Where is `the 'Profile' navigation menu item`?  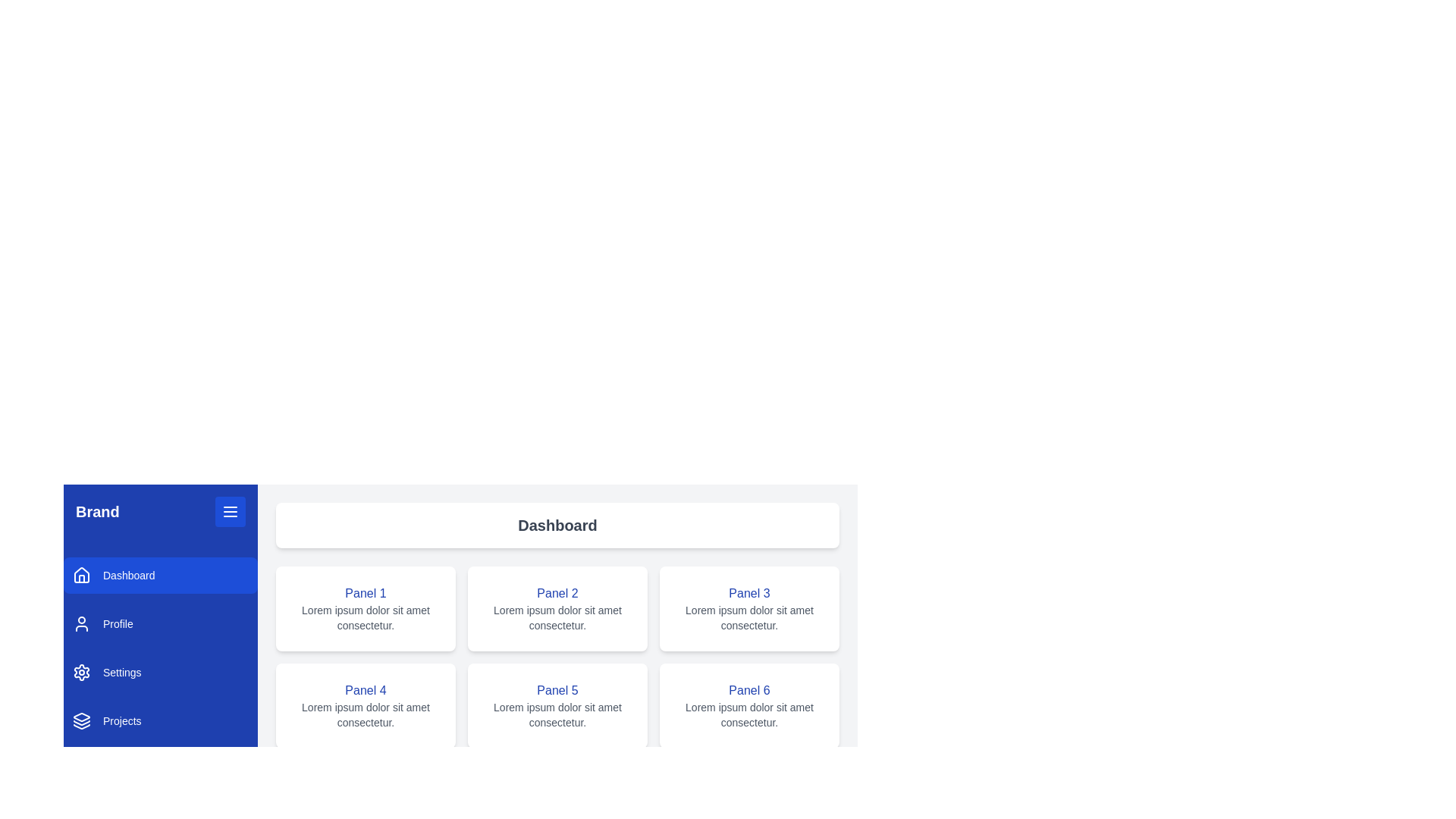 the 'Profile' navigation menu item is located at coordinates (160, 623).